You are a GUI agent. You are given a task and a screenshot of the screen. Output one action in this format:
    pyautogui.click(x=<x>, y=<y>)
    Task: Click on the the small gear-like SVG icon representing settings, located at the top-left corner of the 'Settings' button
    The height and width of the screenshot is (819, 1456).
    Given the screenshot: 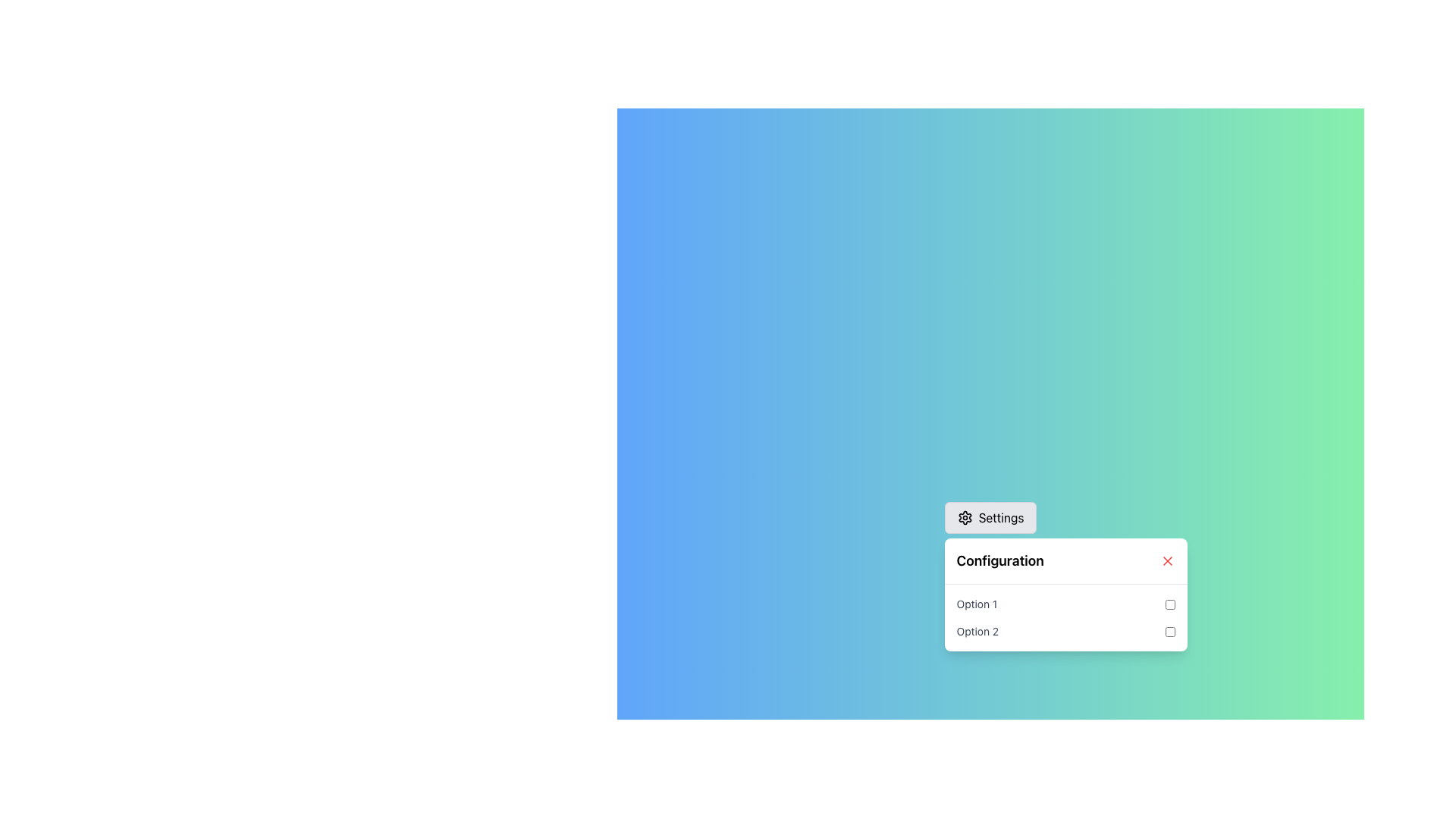 What is the action you would take?
    pyautogui.click(x=964, y=516)
    